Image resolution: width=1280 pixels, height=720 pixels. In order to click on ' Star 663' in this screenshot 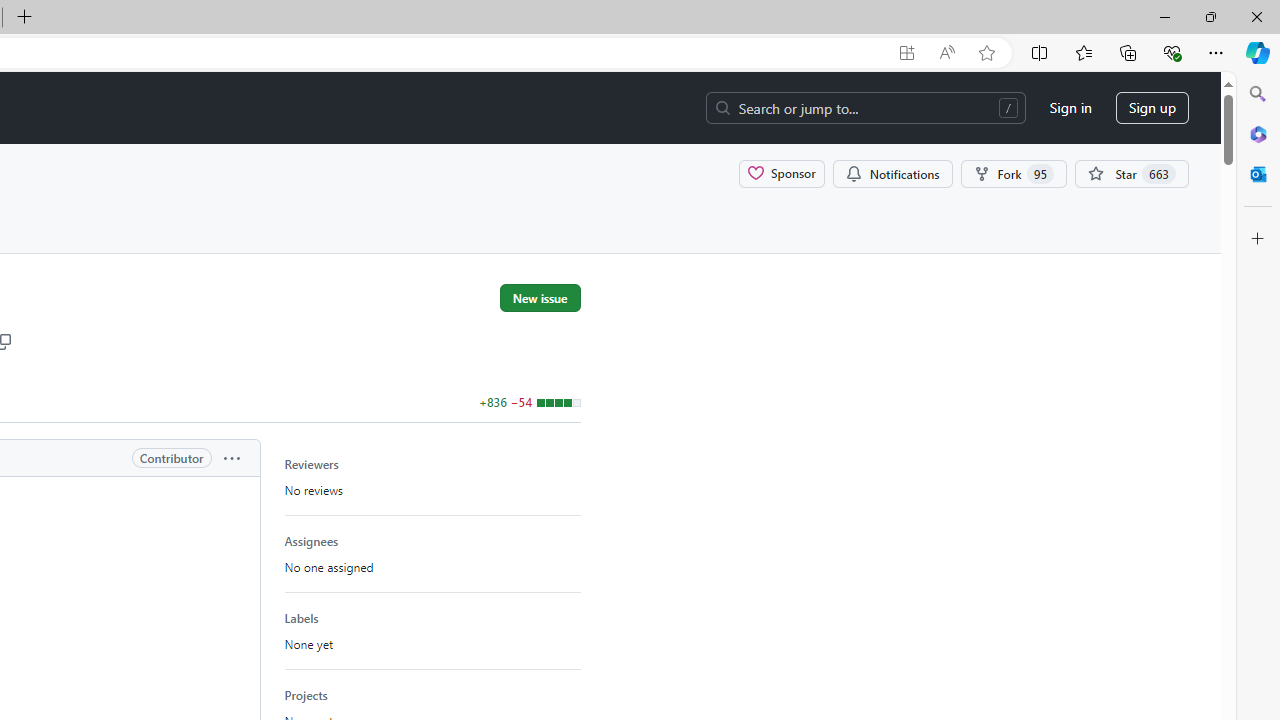, I will do `click(1132, 172)`.